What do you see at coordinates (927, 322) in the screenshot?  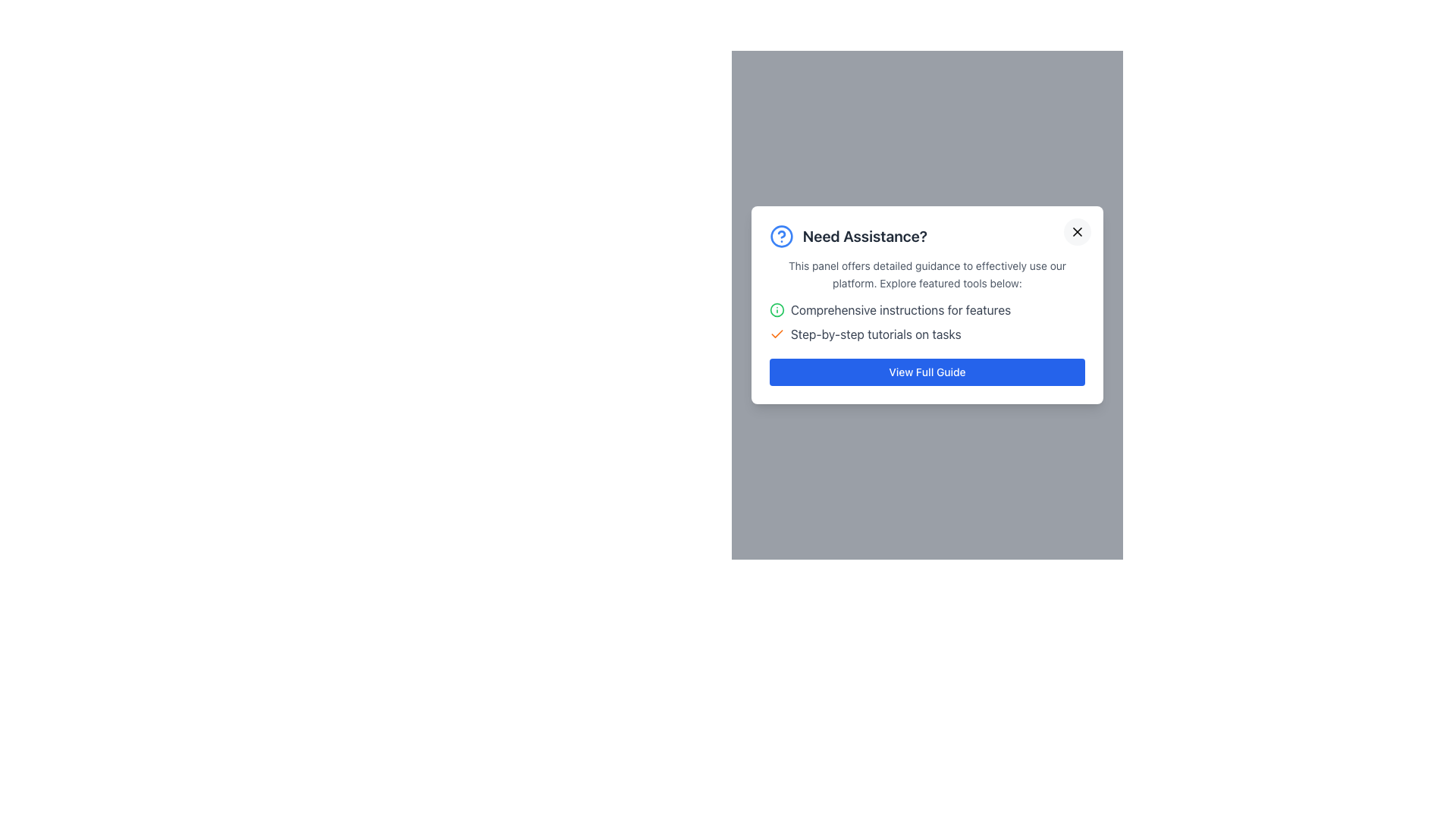 I see `the informational list with icons located within a white, rounded rectangle panel in the center of the modal, below the descriptive text about guidance and above the blue action button labeled 'View Full Guide'` at bounding box center [927, 322].